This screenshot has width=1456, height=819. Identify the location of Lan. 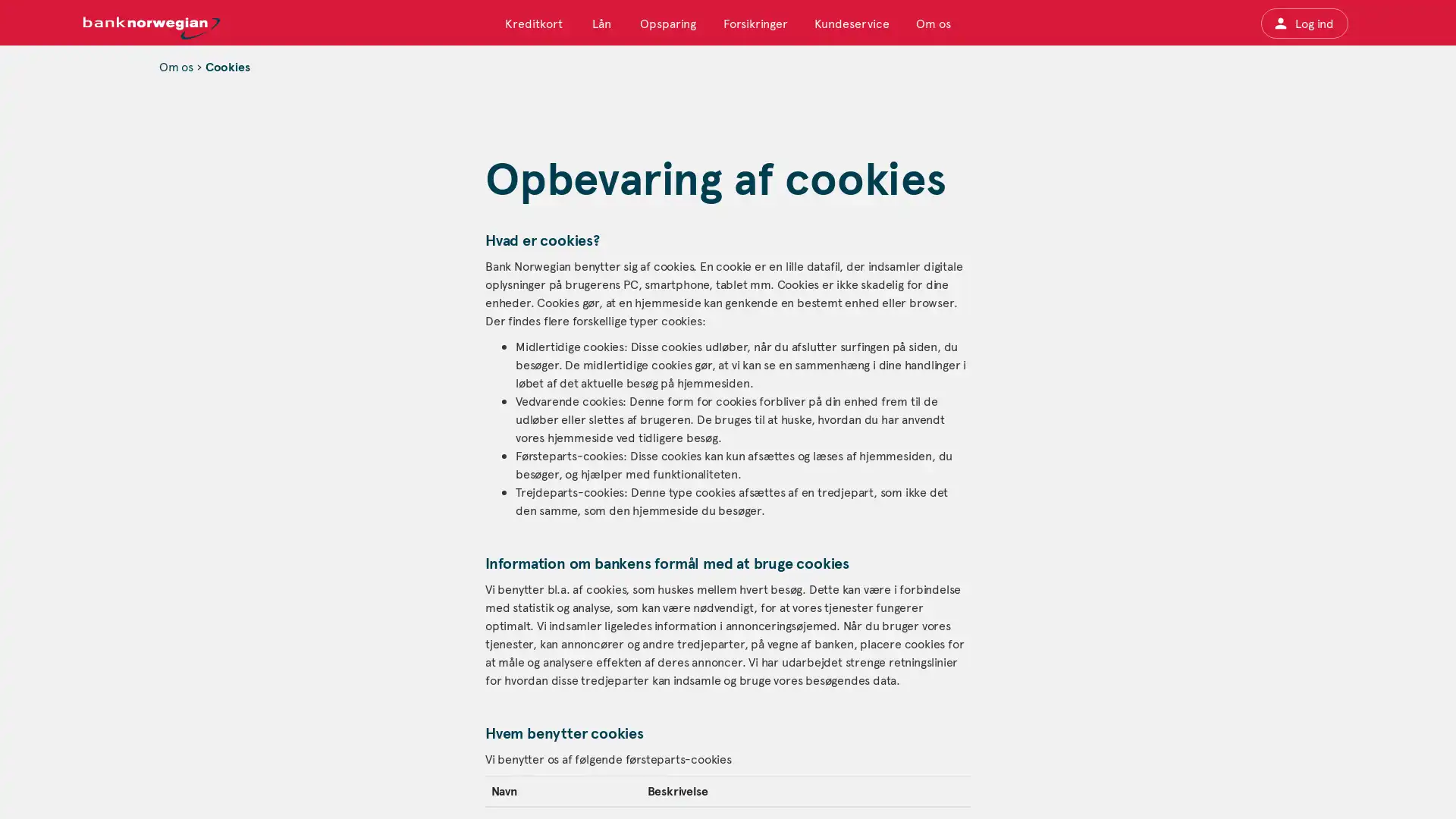
(600, 23).